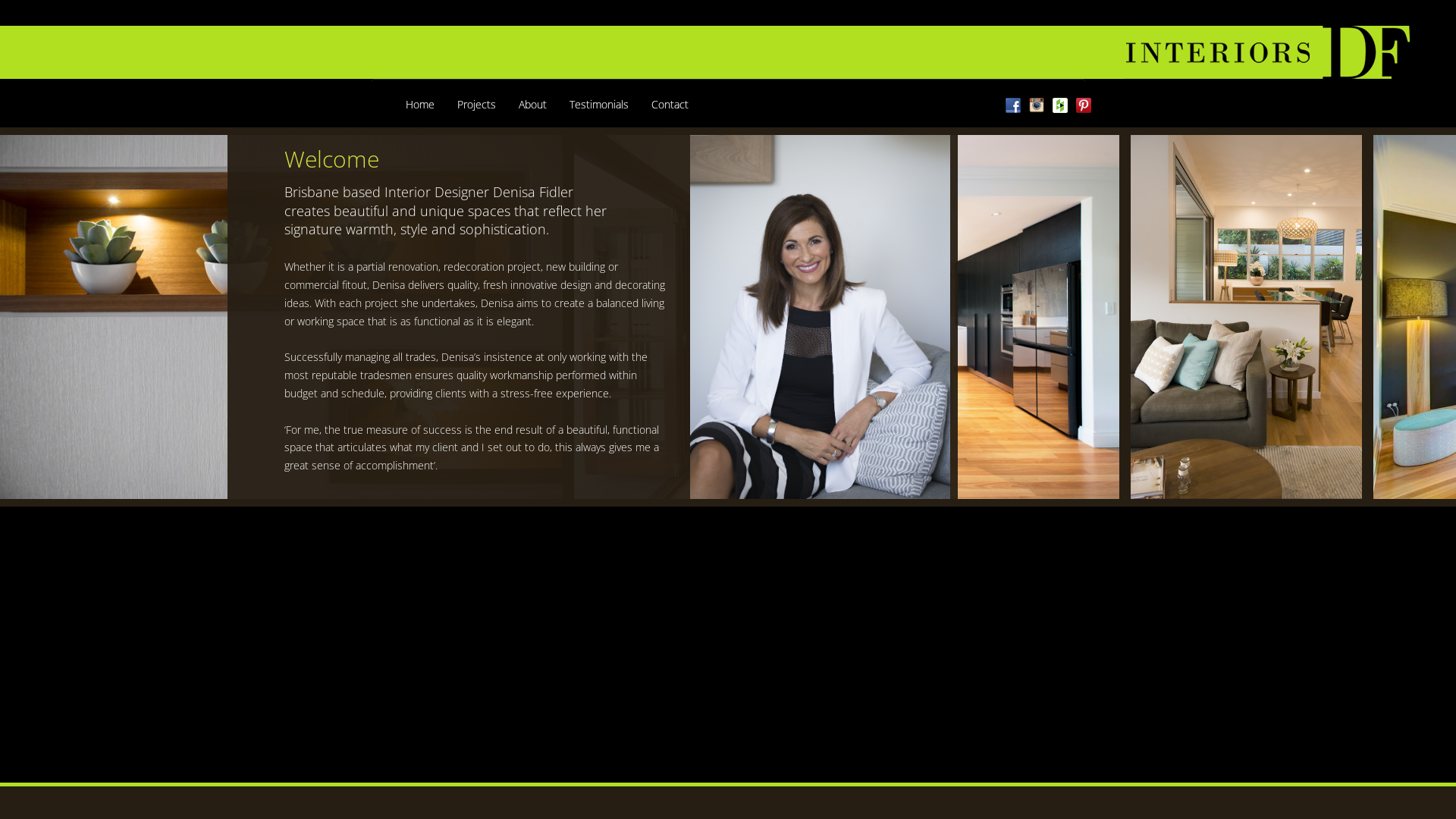  Describe the element at coordinates (598, 104) in the screenshot. I see `'Testimonials'` at that location.